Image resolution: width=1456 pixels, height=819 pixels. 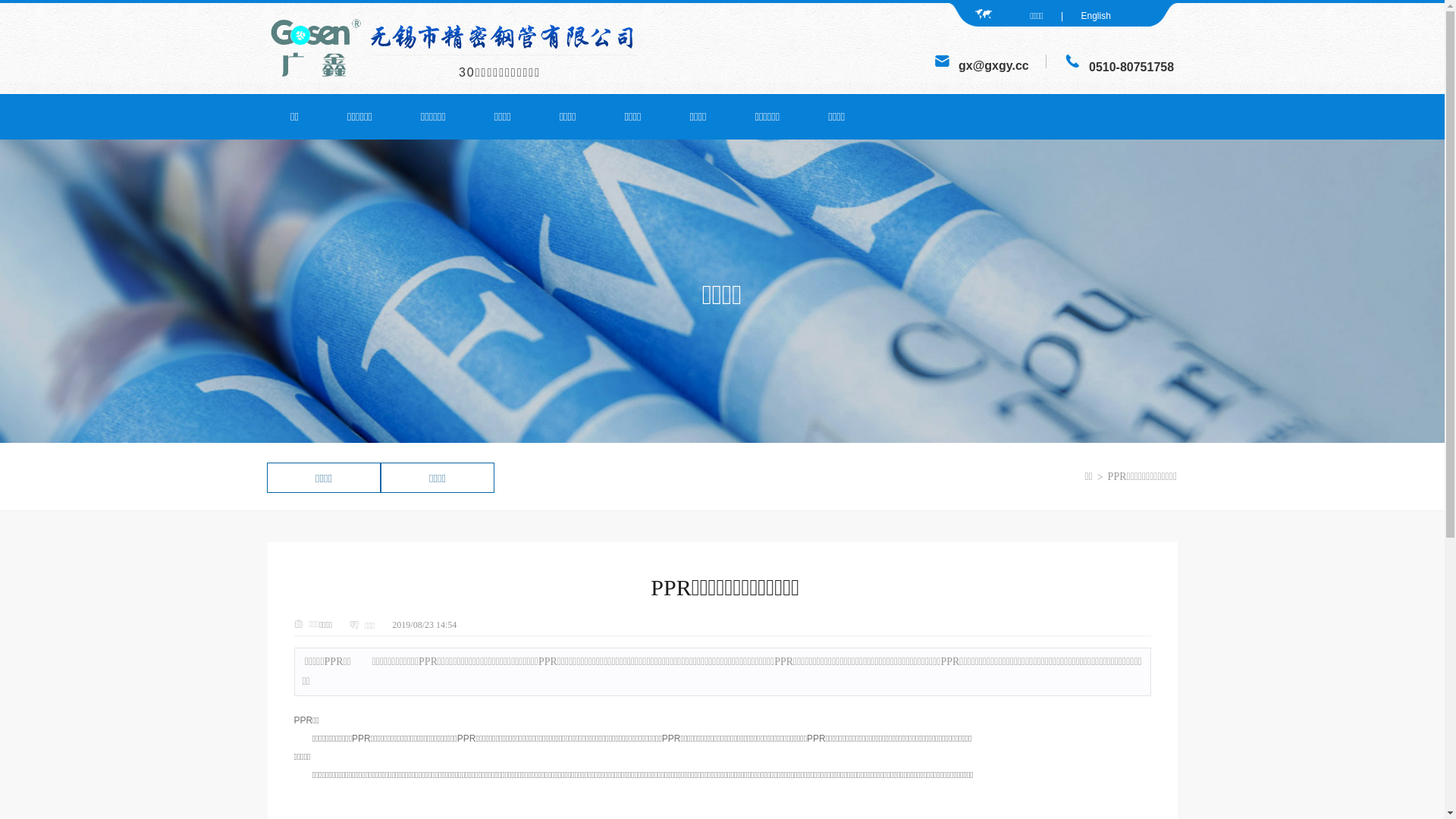 I want to click on 'gx@gxgy.cc', so click(x=993, y=66).